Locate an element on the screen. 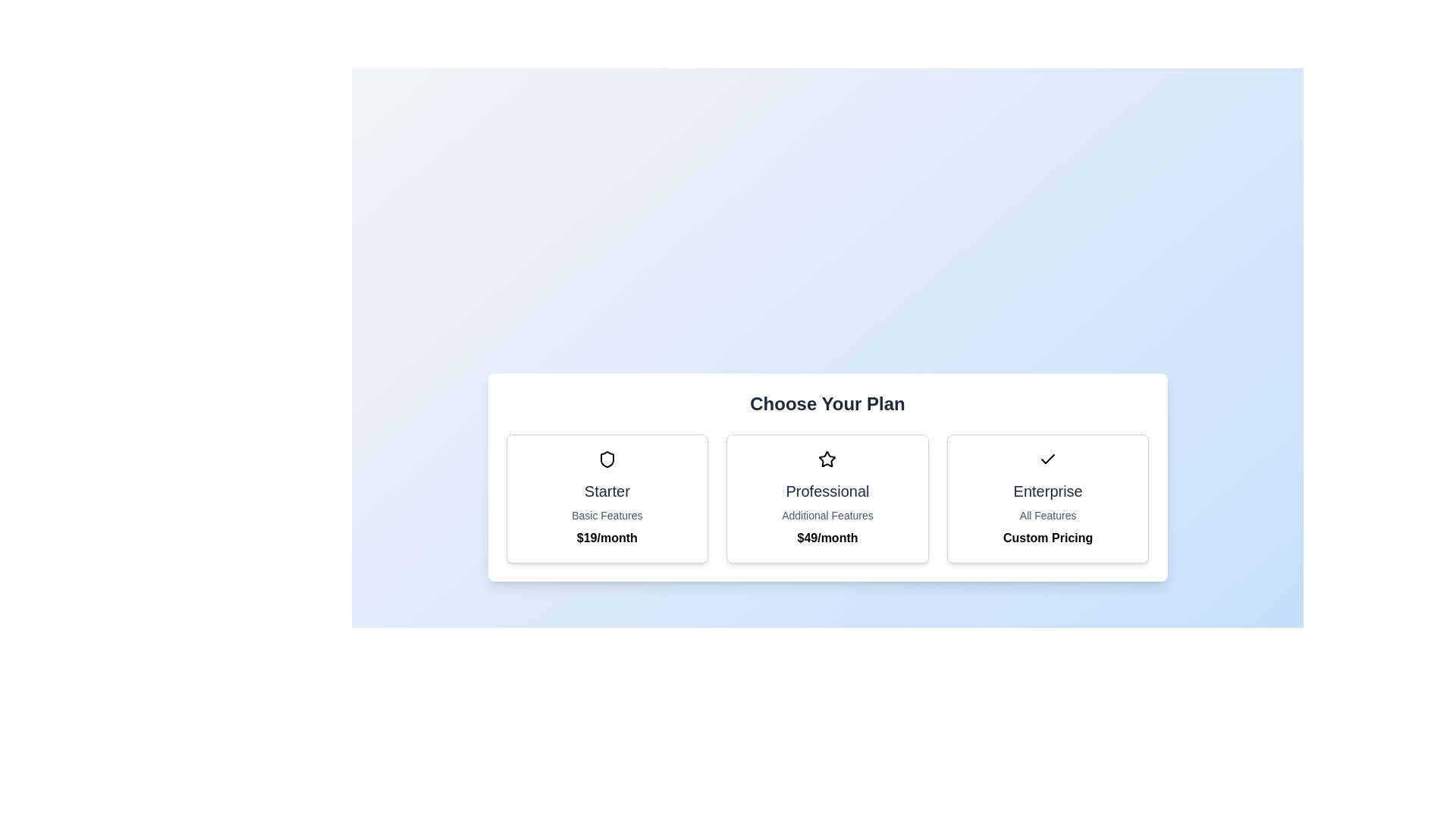 The width and height of the screenshot is (1456, 819). the black check mark icon located in the center of the Enterprise plan card is located at coordinates (1047, 458).